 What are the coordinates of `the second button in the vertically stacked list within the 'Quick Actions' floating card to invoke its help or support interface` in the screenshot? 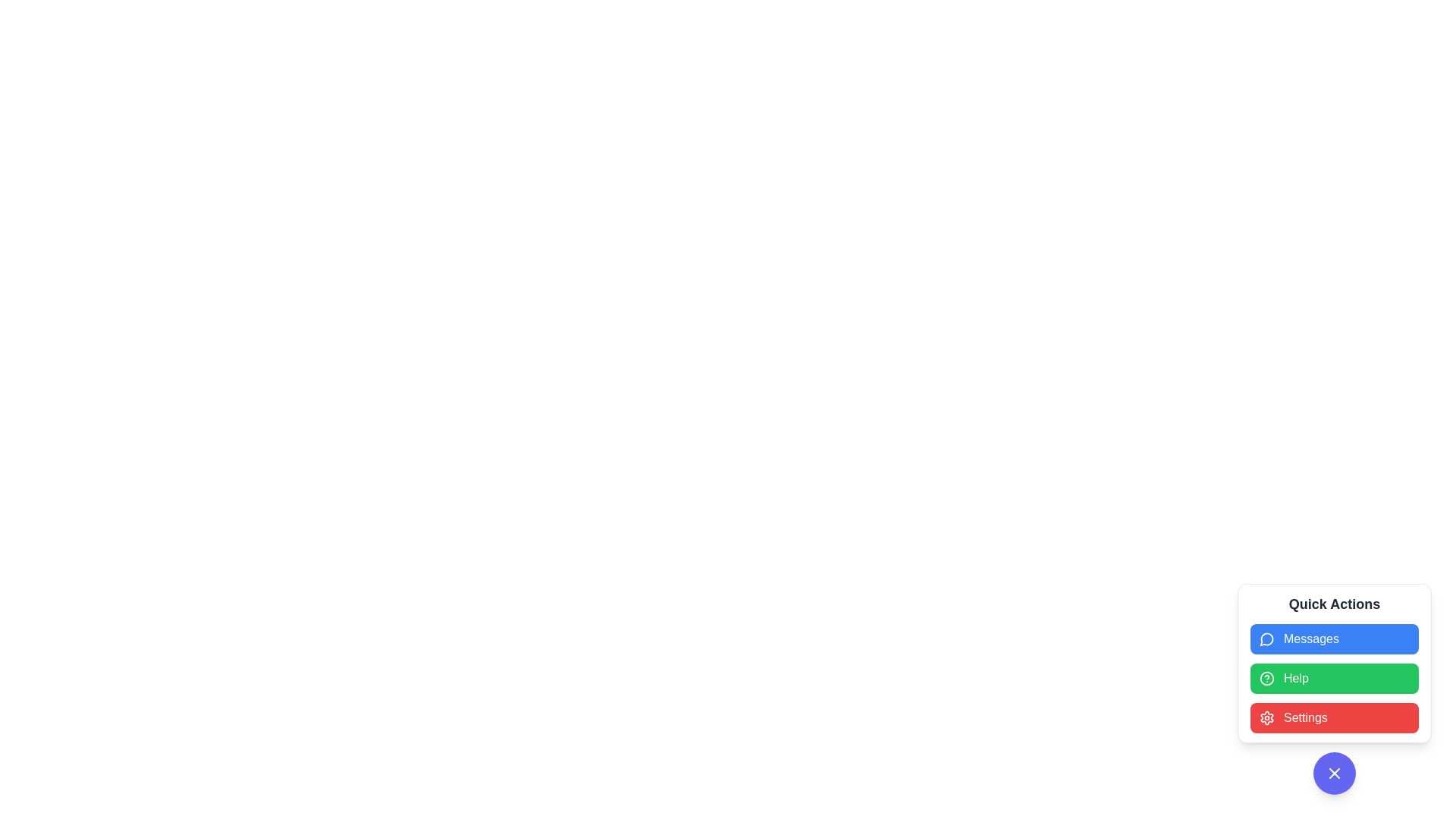 It's located at (1335, 689).